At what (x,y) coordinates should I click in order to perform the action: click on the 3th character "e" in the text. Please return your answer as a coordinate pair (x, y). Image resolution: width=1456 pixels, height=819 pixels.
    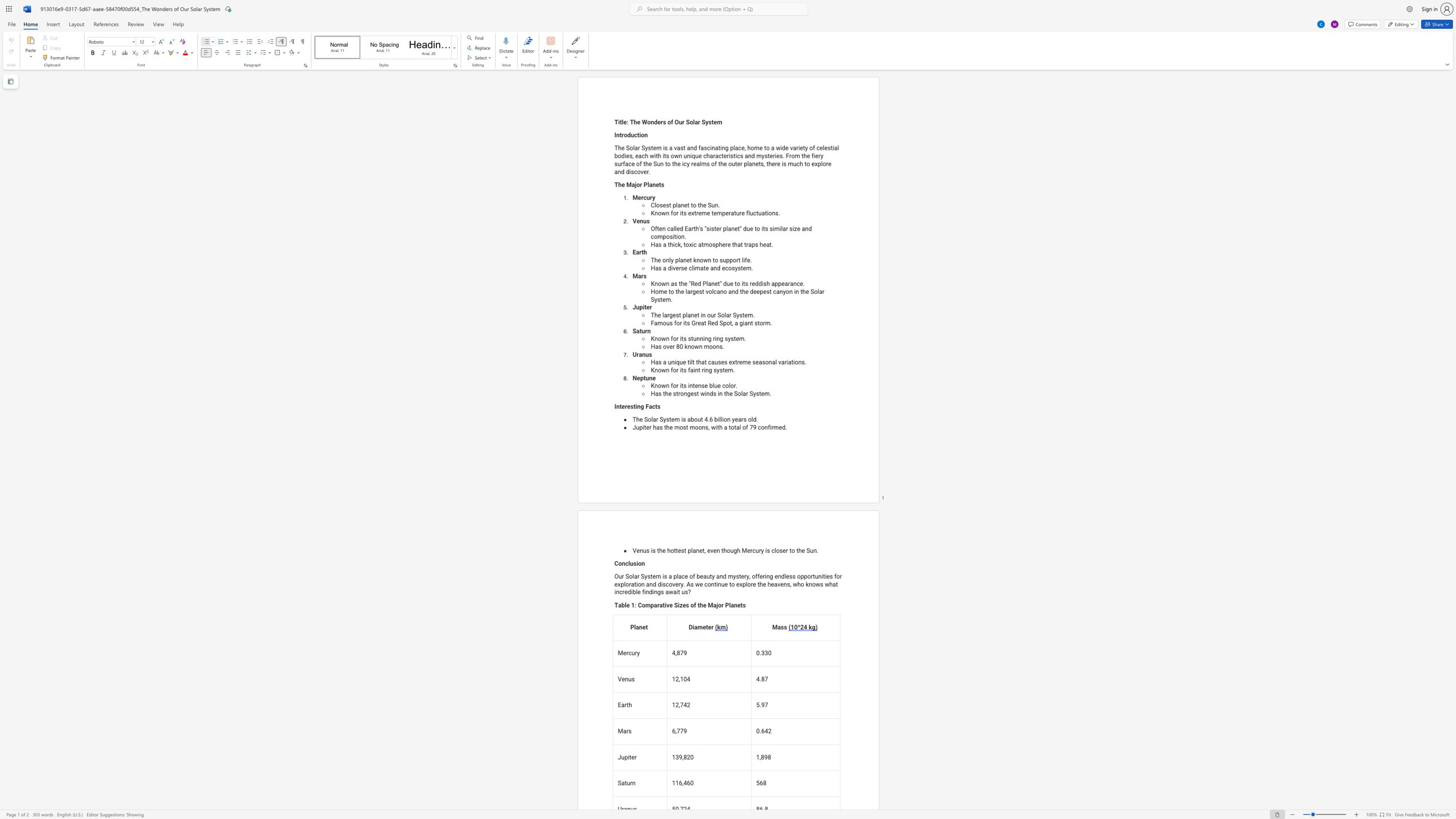
    Looking at the image, I should click on (707, 268).